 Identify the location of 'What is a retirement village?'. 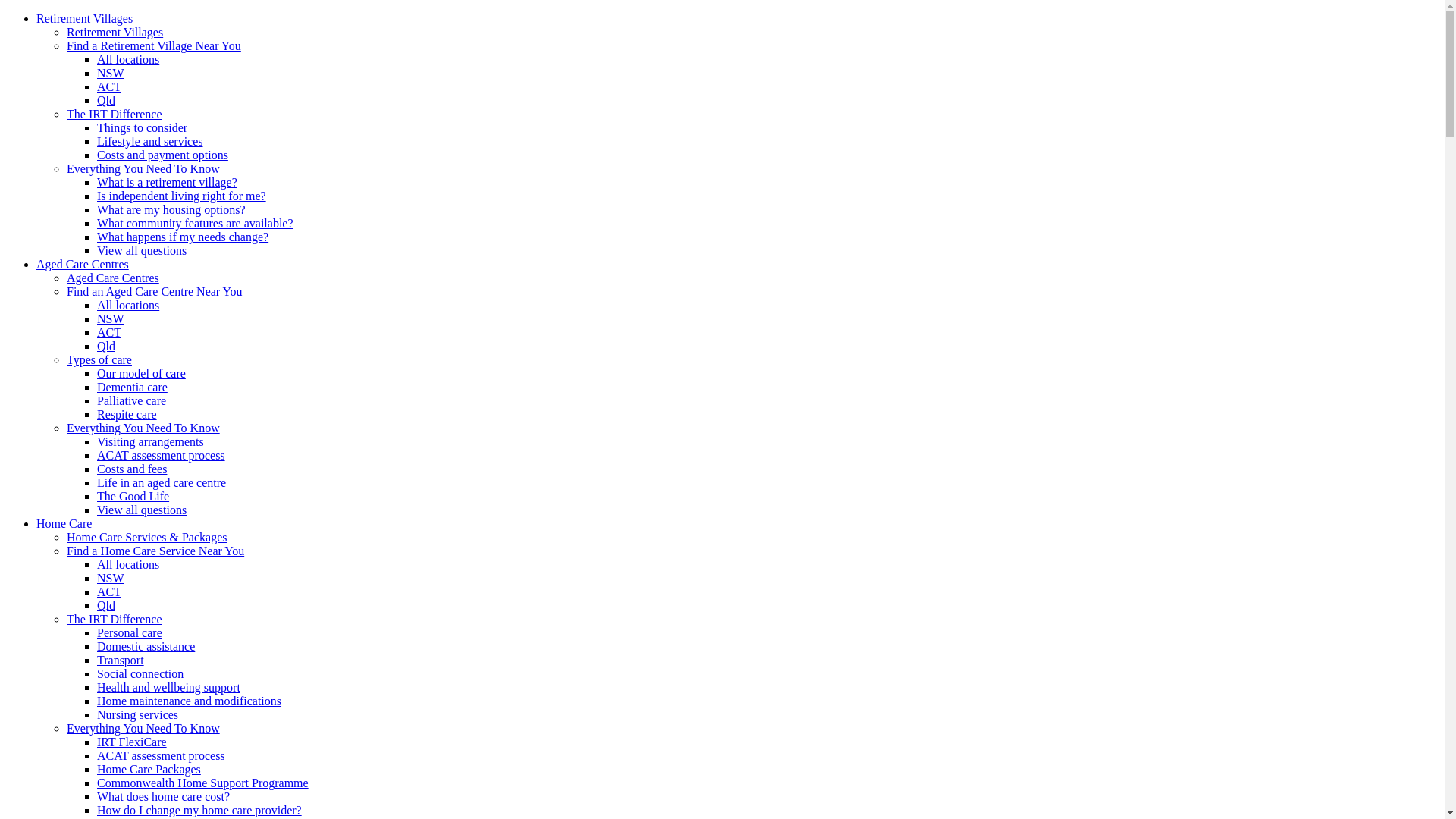
(96, 181).